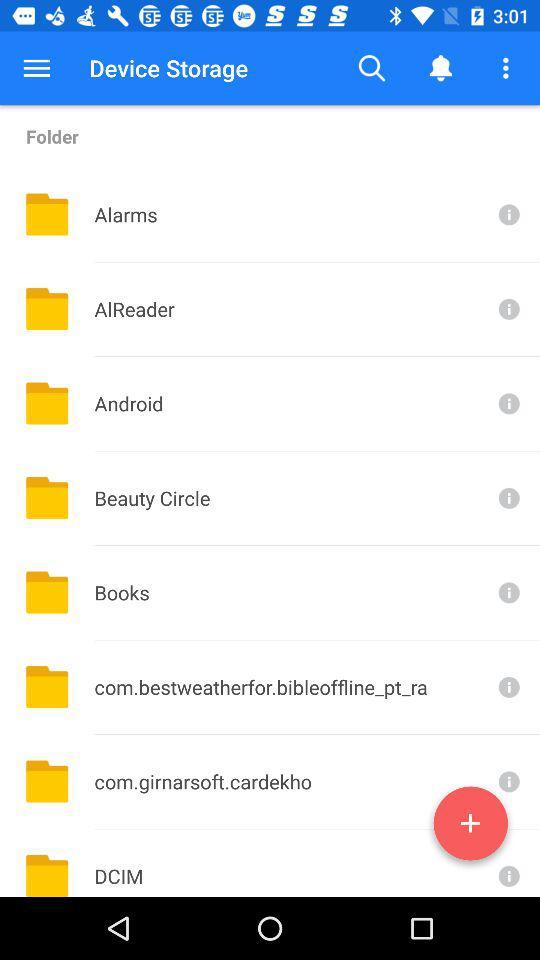 This screenshot has width=540, height=960. I want to click on more info, so click(507, 214).